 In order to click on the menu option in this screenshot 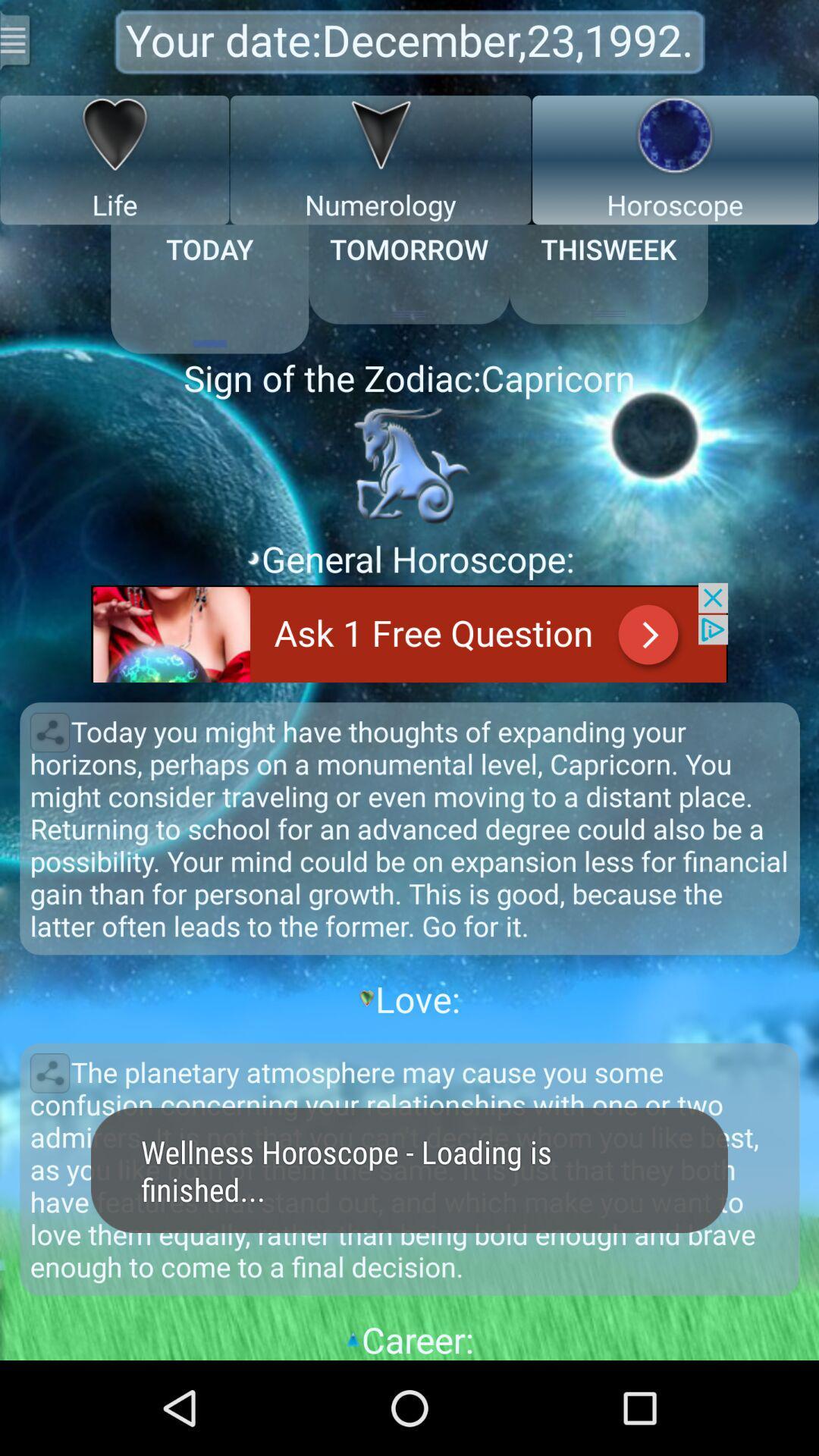, I will do `click(17, 39)`.